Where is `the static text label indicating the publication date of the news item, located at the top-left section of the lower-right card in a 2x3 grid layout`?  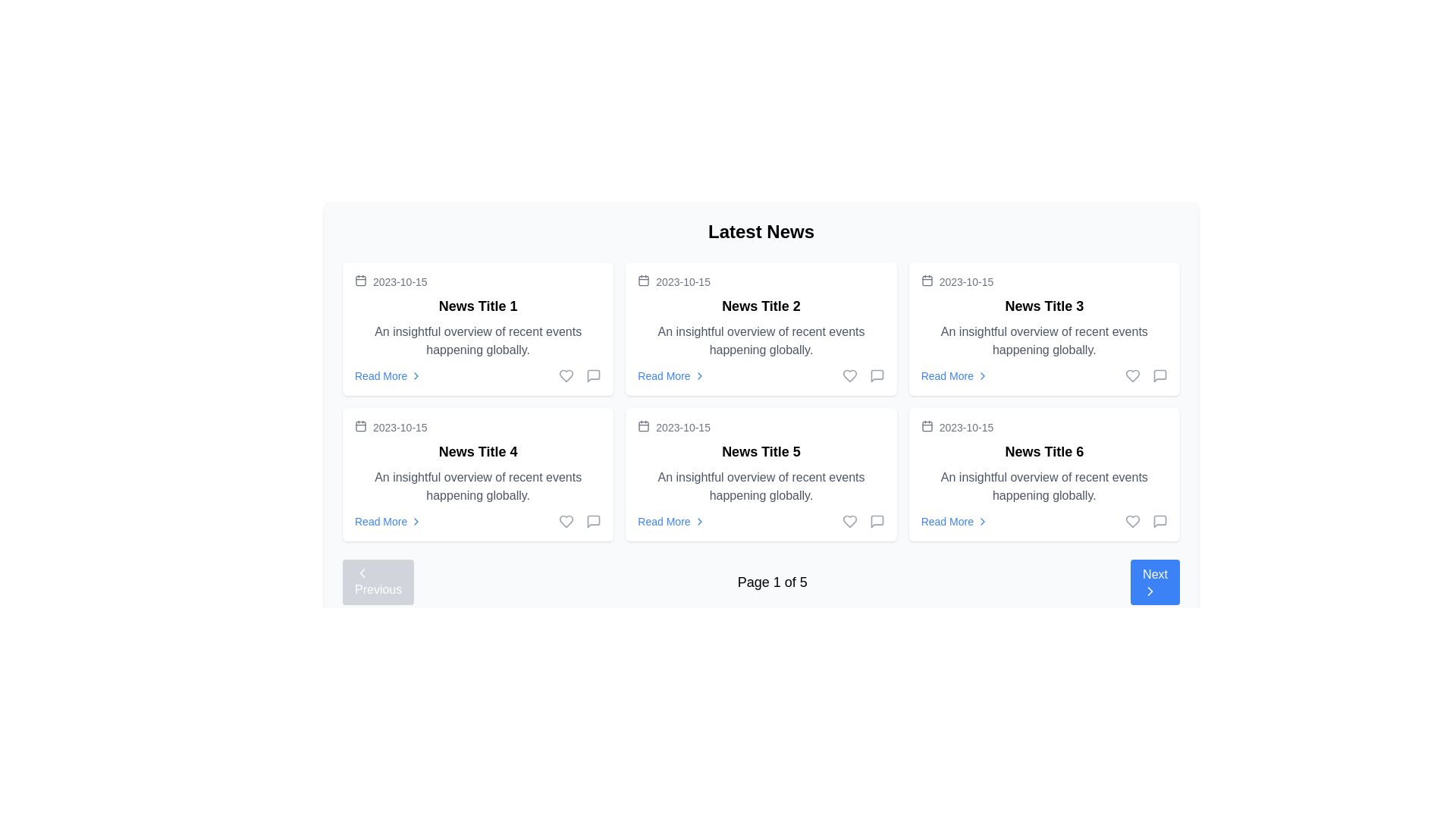
the static text label indicating the publication date of the news item, located at the top-left section of the lower-right card in a 2x3 grid layout is located at coordinates (965, 427).